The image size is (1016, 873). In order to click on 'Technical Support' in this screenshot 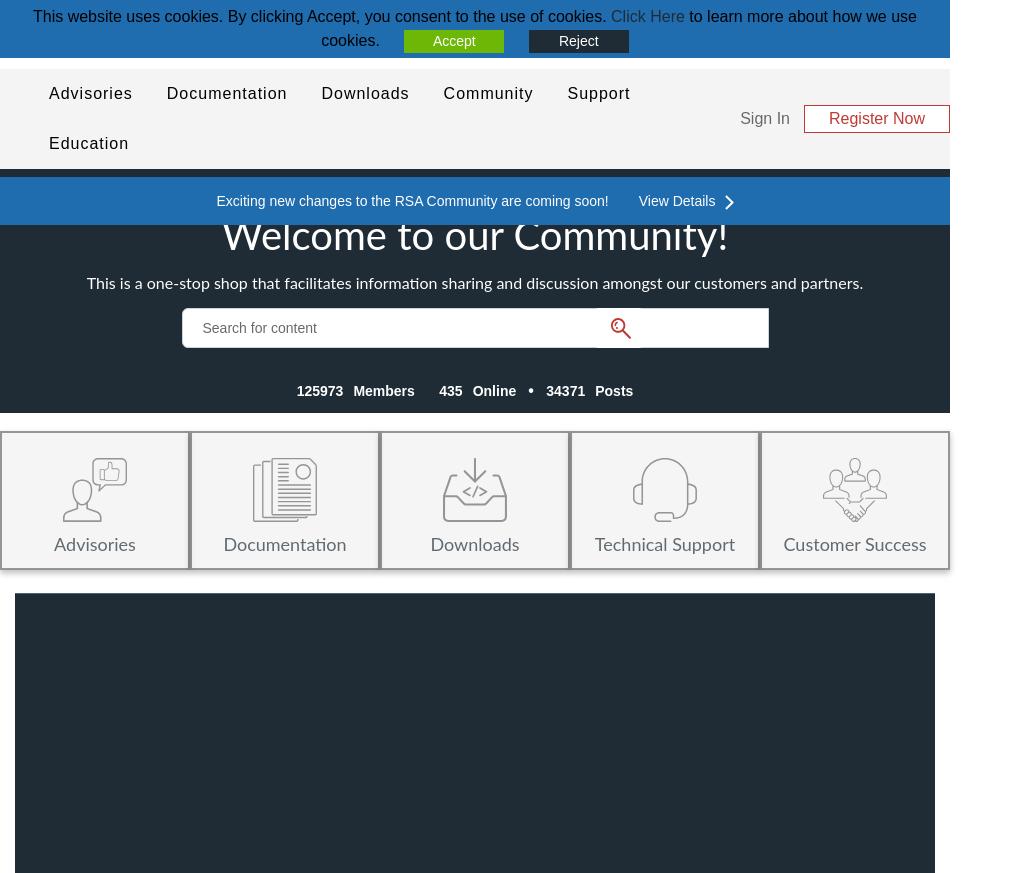, I will do `click(663, 544)`.